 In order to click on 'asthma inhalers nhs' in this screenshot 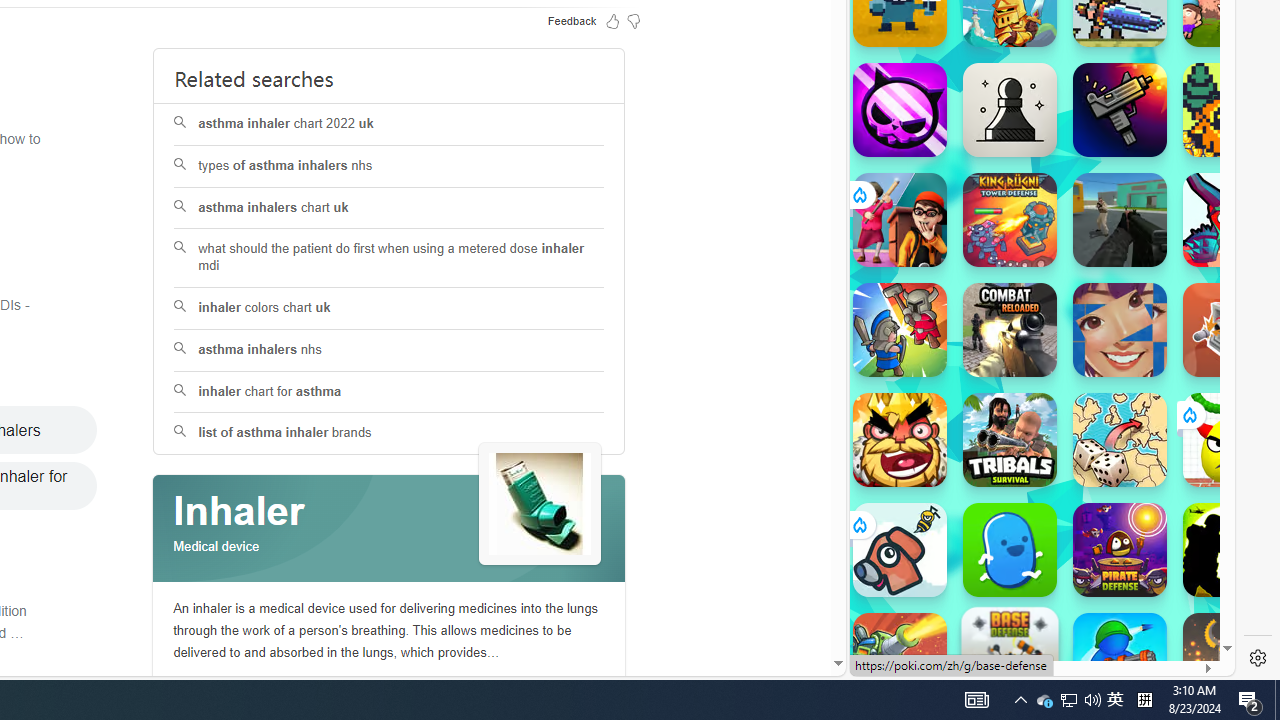, I will do `click(389, 349)`.